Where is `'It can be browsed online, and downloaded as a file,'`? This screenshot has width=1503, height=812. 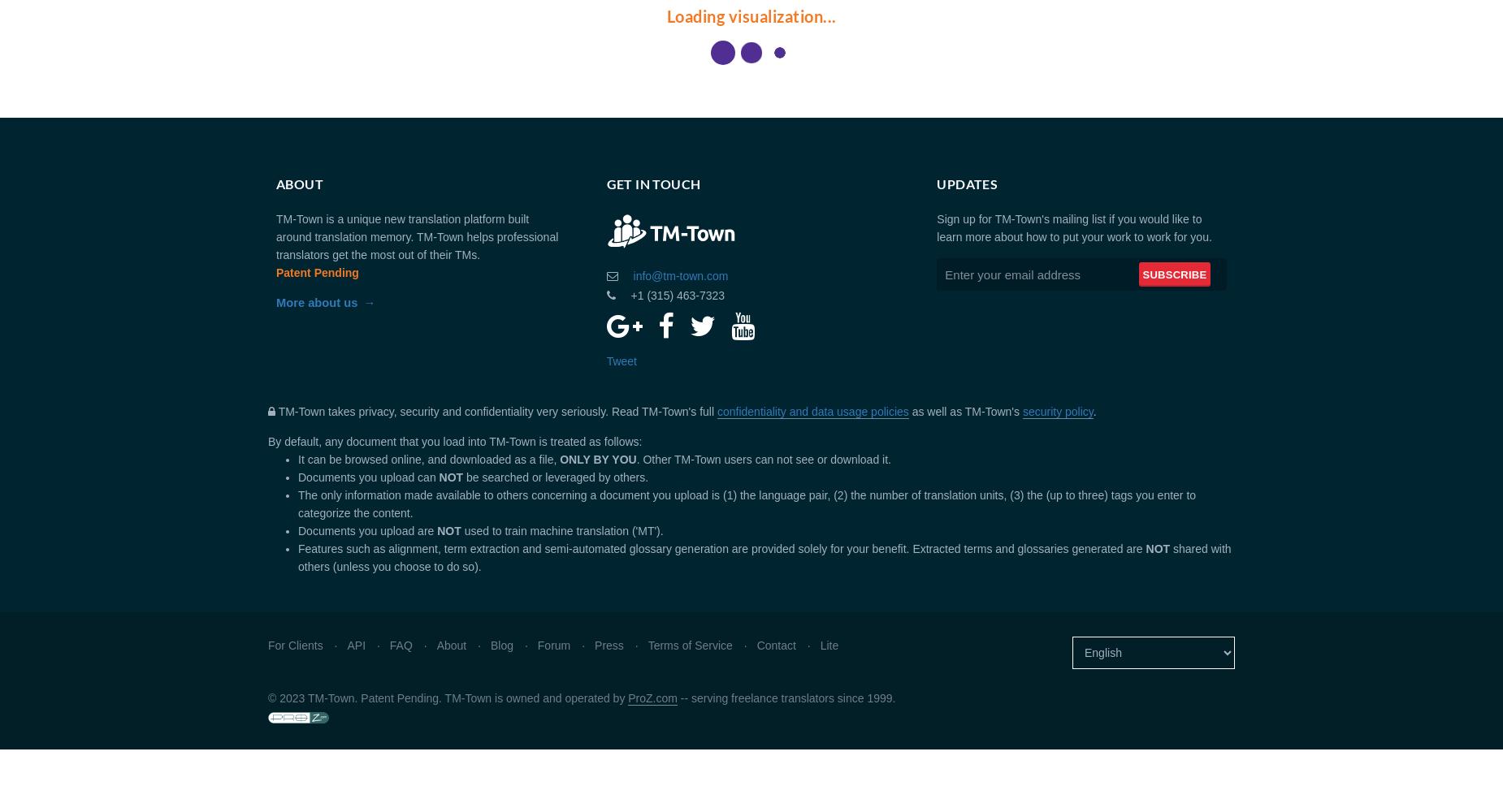 'It can be browsed online, and downloaded as a file,' is located at coordinates (428, 459).